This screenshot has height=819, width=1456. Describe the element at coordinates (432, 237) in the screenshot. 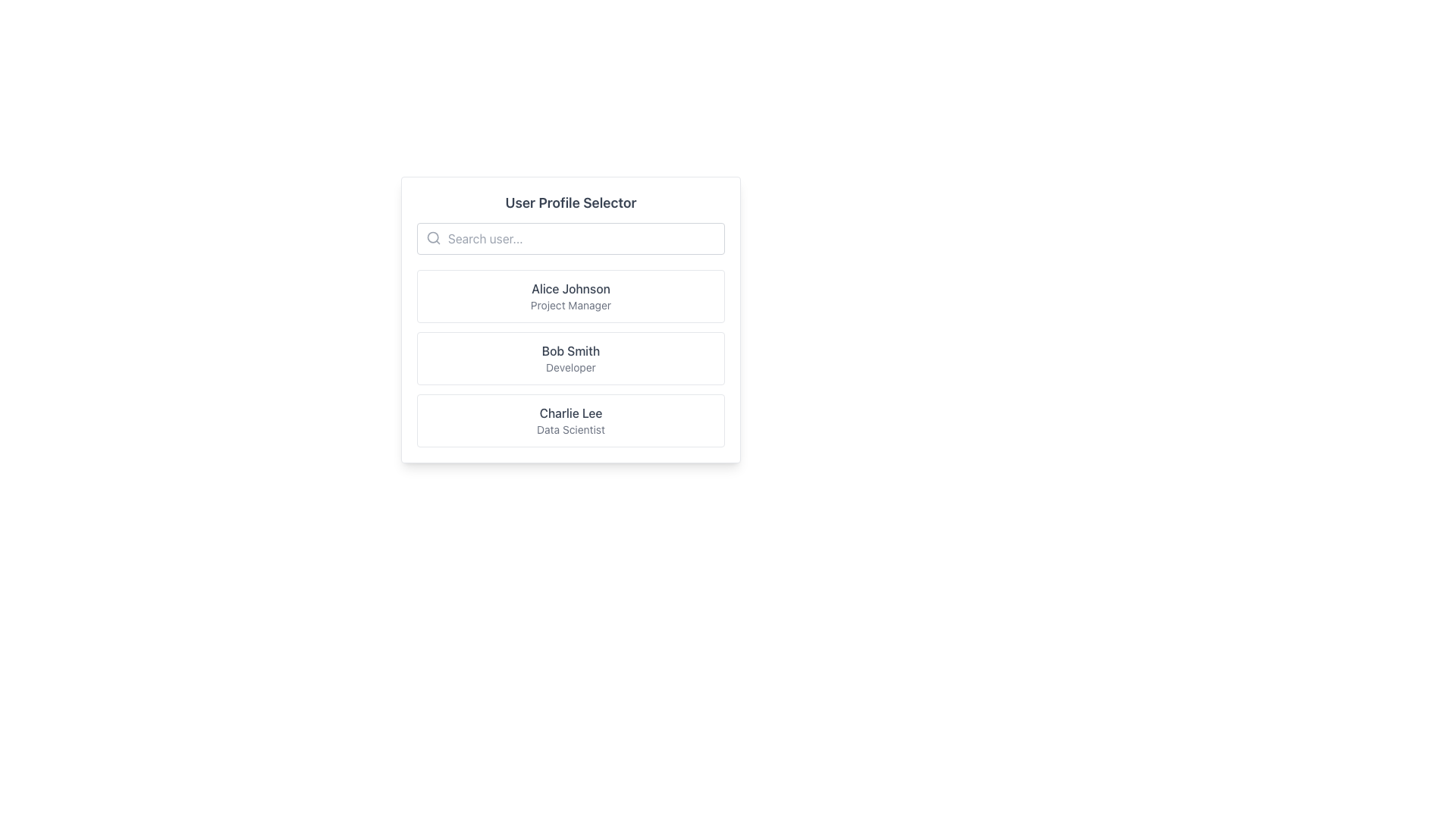

I see `the search icon depicted by a gray magnifying glass located to the left within the search bar under 'User Profile Selector'` at that location.